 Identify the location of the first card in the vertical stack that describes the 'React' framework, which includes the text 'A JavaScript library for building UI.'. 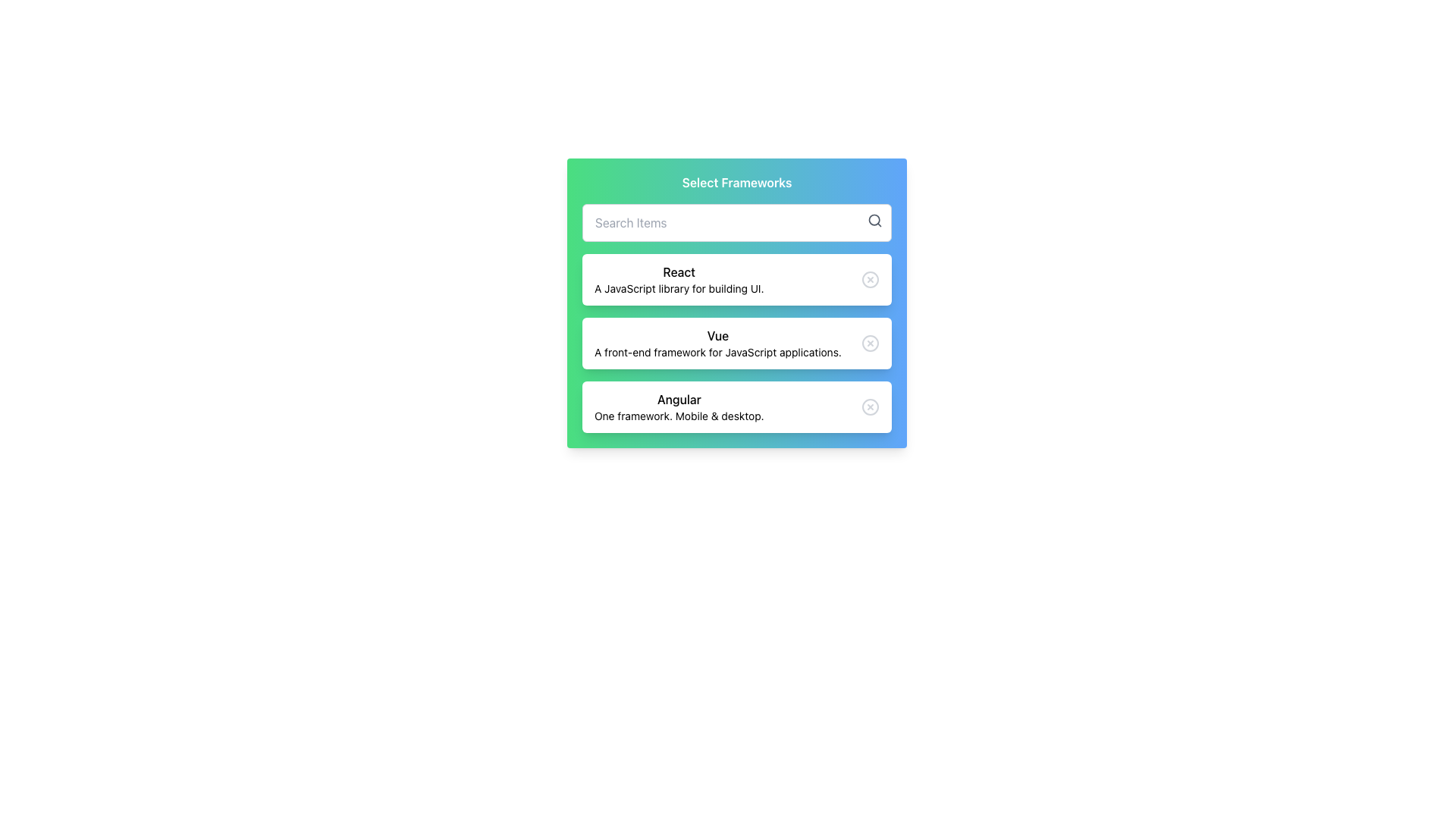
(678, 280).